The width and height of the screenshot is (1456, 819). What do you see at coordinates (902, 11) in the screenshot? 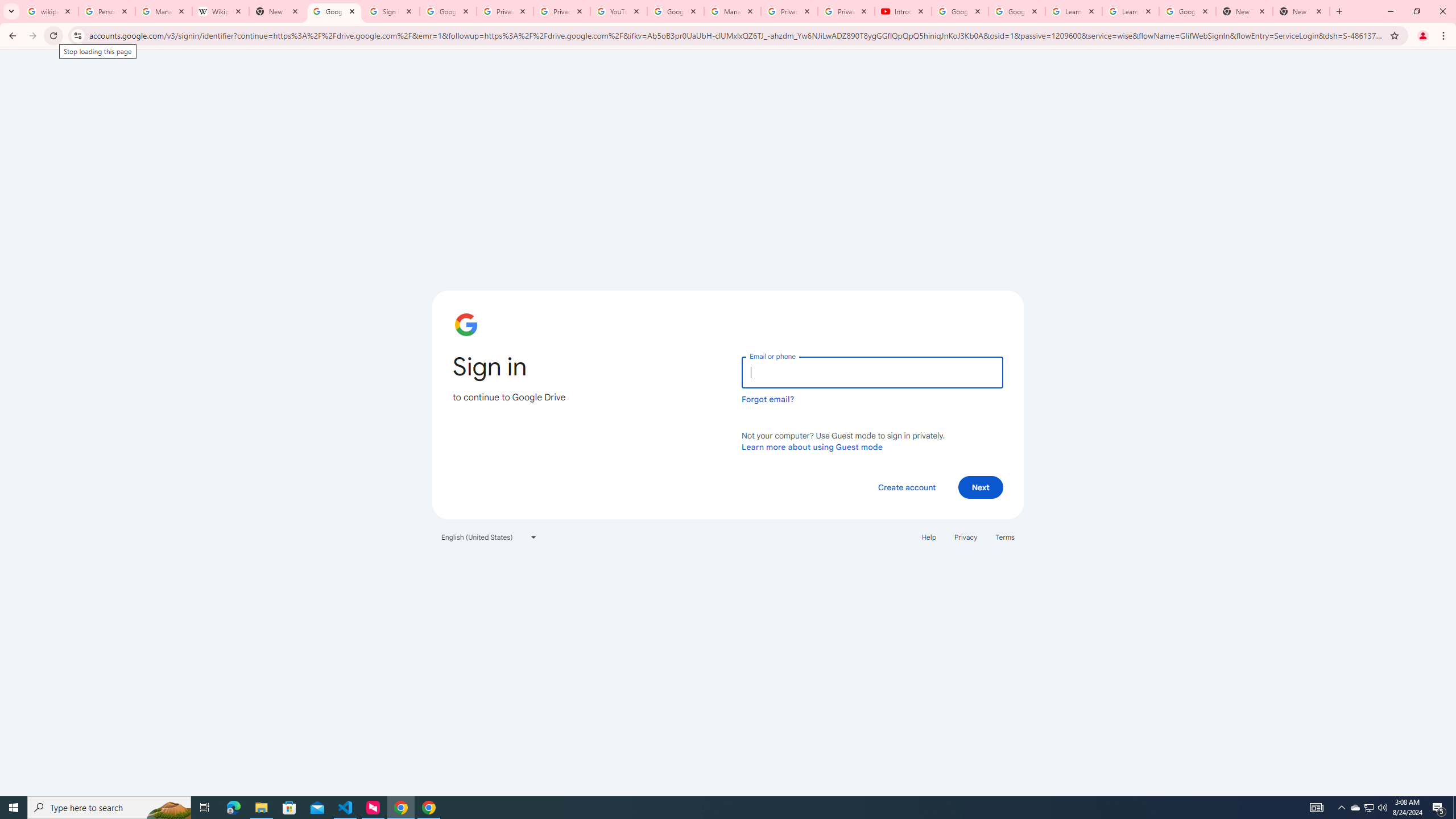
I see `'Introduction | Google Privacy Policy - YouTube'` at bounding box center [902, 11].